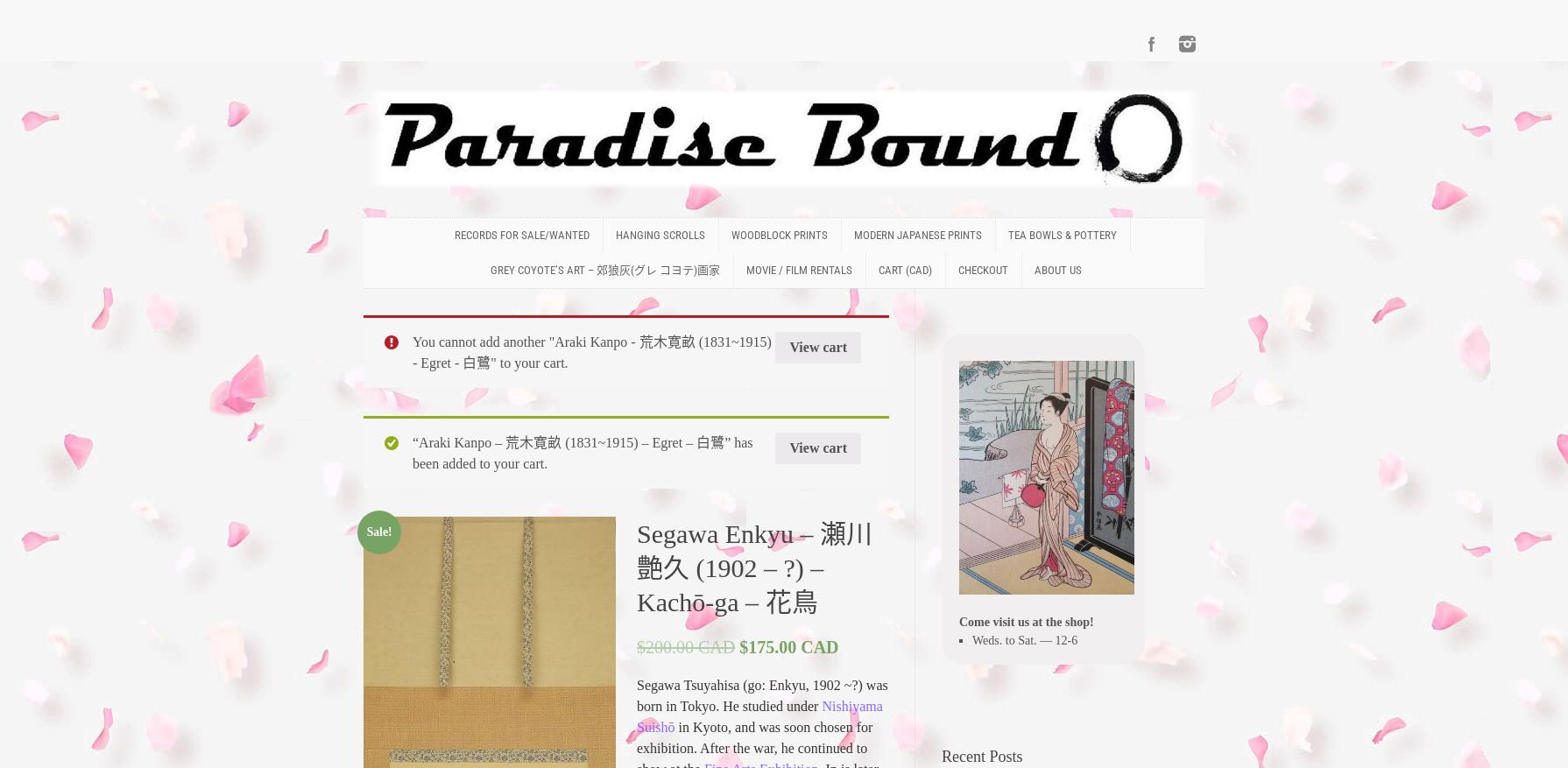  I want to click on 'Tea Bowls & Pottery', so click(1062, 235).